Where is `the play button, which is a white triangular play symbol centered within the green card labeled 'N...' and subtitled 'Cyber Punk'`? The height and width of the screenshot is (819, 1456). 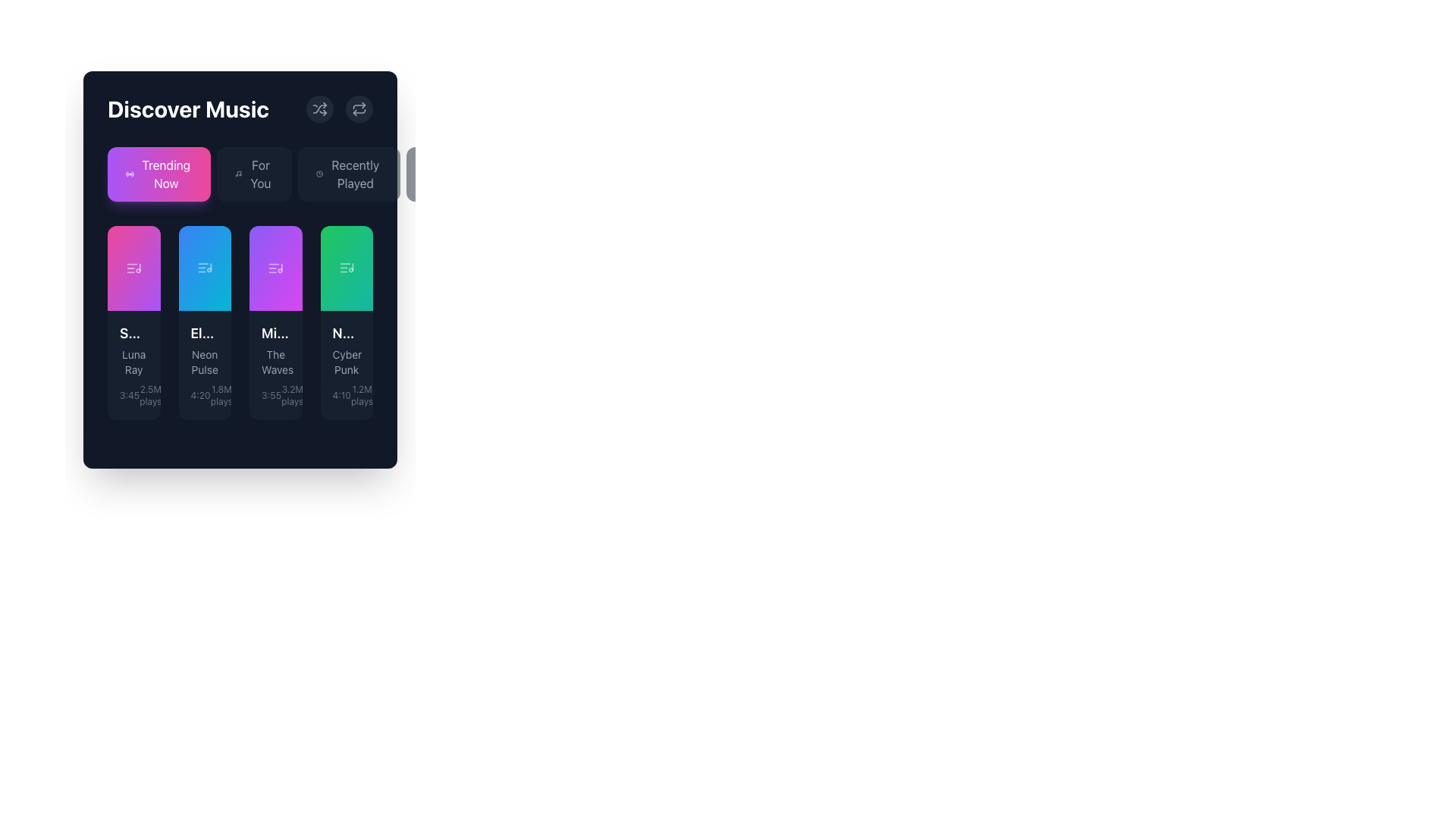 the play button, which is a white triangular play symbol centered within the green card labeled 'N...' and subtitled 'Cyber Punk' is located at coordinates (346, 268).